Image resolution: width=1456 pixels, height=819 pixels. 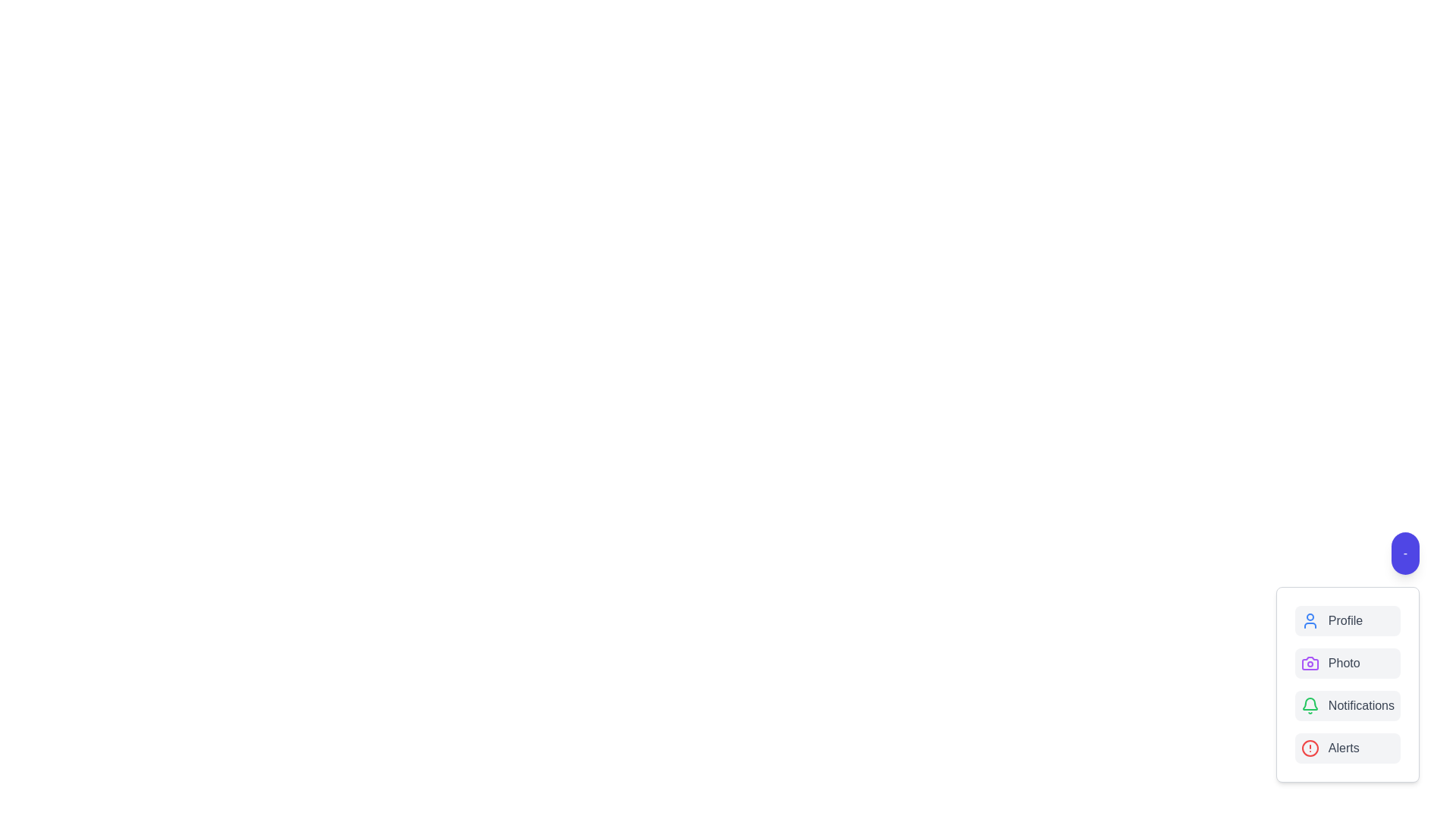 What do you see at coordinates (1347, 620) in the screenshot?
I see `the 'Profile' button to select the 'Profile' option` at bounding box center [1347, 620].